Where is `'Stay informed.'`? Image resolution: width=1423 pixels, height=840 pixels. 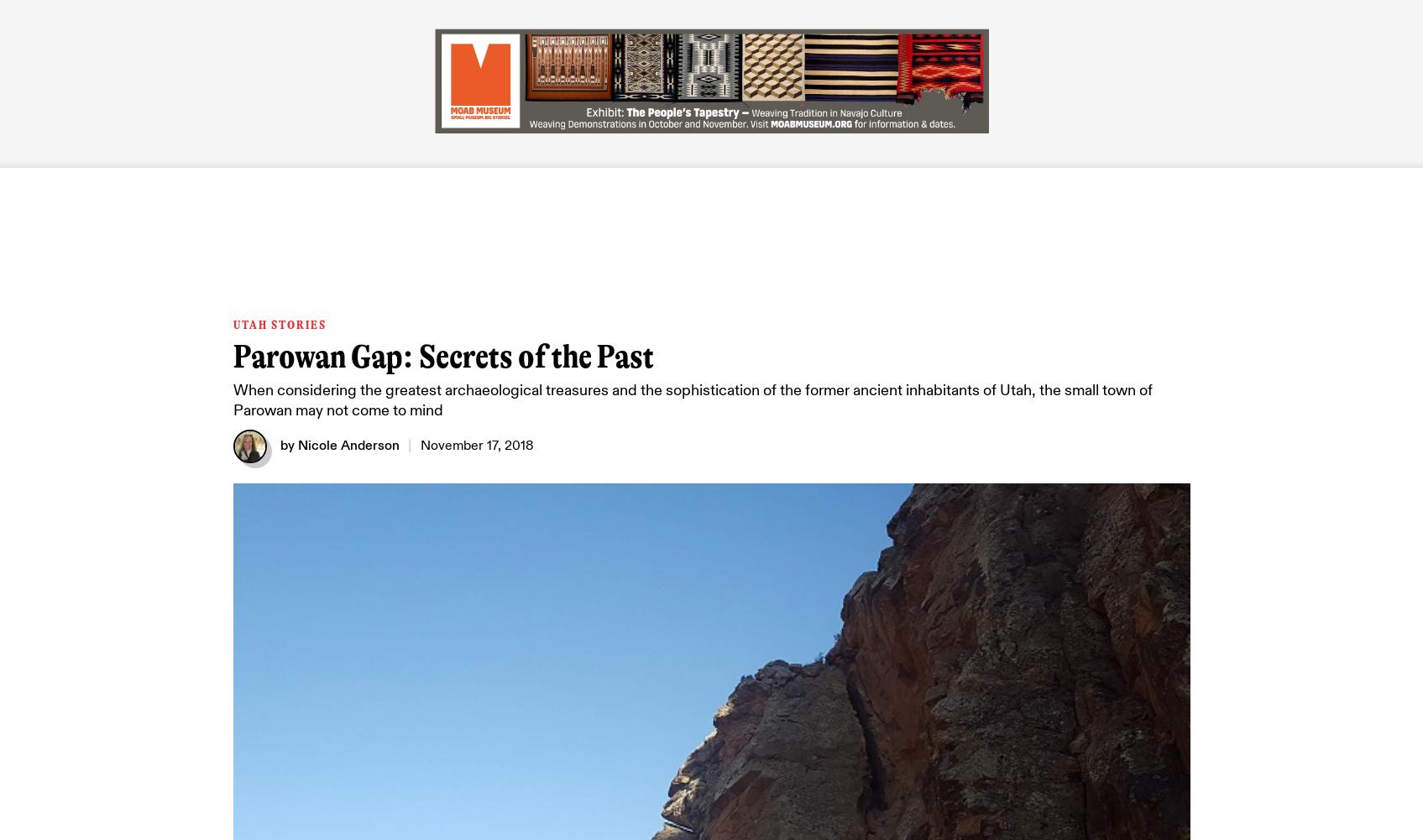
'Stay informed.' is located at coordinates (752, 379).